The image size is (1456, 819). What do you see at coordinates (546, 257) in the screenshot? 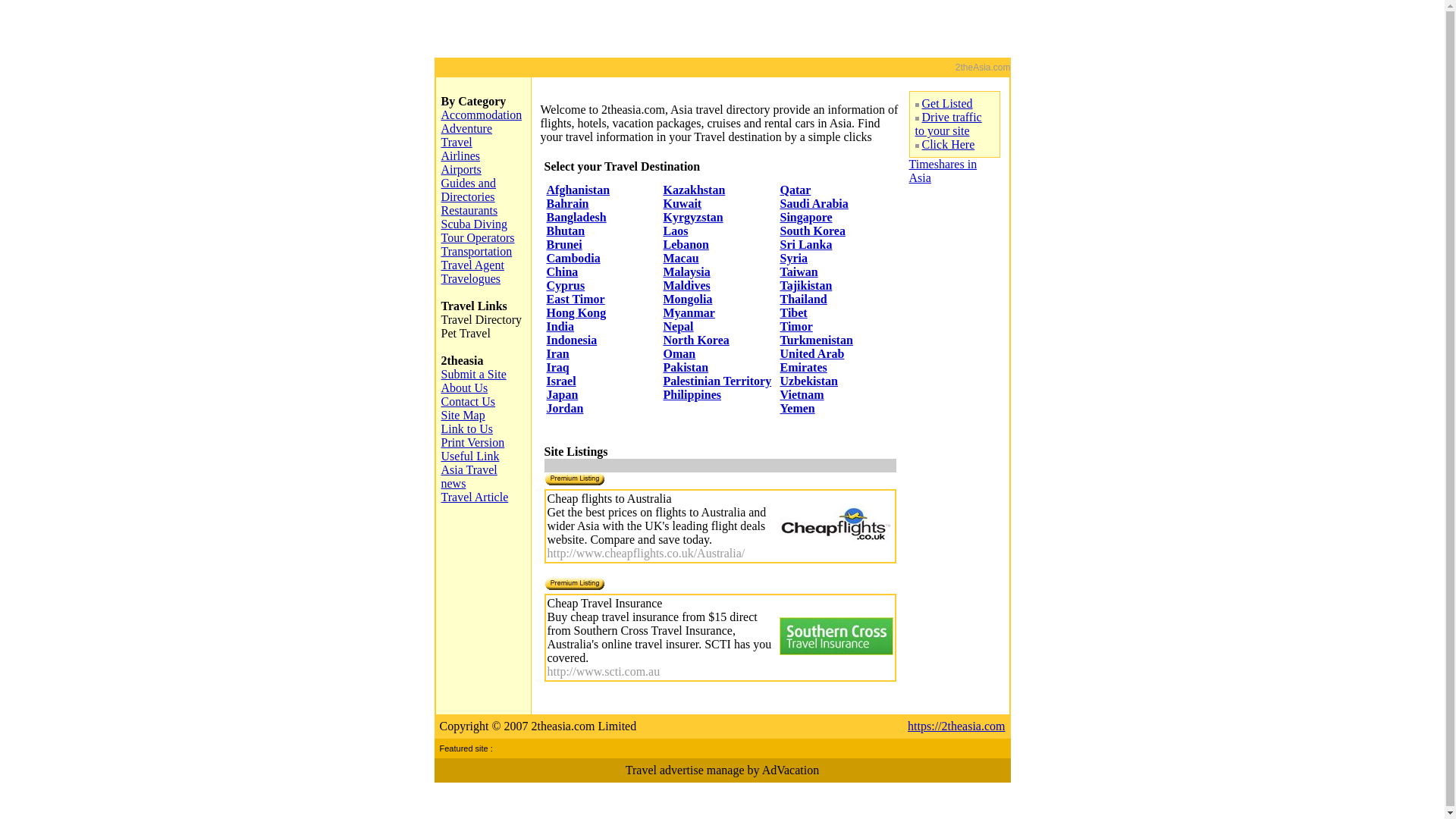
I see `'Cambodia'` at bounding box center [546, 257].